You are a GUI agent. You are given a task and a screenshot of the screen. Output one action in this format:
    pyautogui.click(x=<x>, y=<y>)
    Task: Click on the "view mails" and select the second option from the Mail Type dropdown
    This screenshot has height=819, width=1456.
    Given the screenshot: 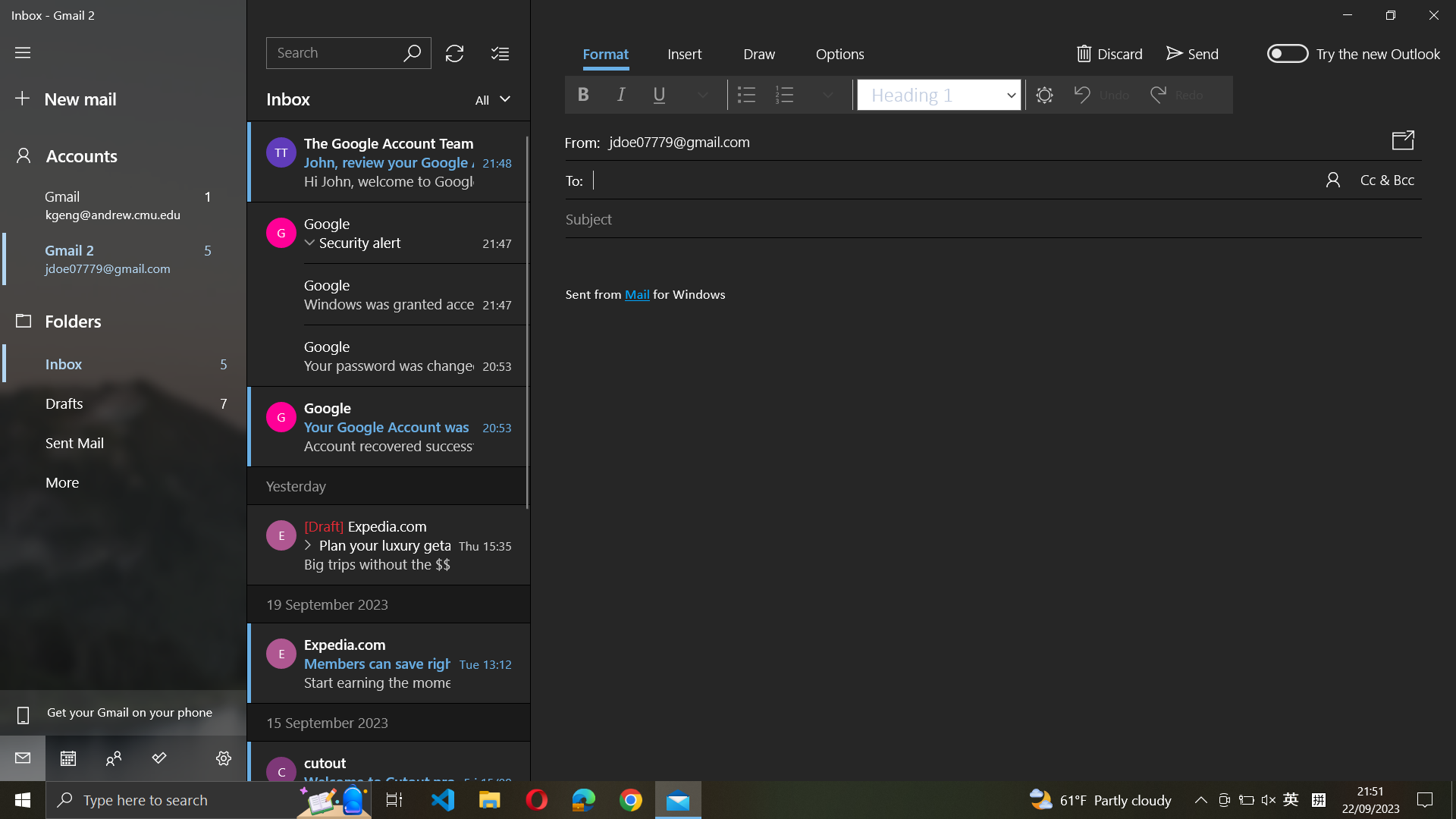 What is the action you would take?
    pyautogui.click(x=490, y=99)
    